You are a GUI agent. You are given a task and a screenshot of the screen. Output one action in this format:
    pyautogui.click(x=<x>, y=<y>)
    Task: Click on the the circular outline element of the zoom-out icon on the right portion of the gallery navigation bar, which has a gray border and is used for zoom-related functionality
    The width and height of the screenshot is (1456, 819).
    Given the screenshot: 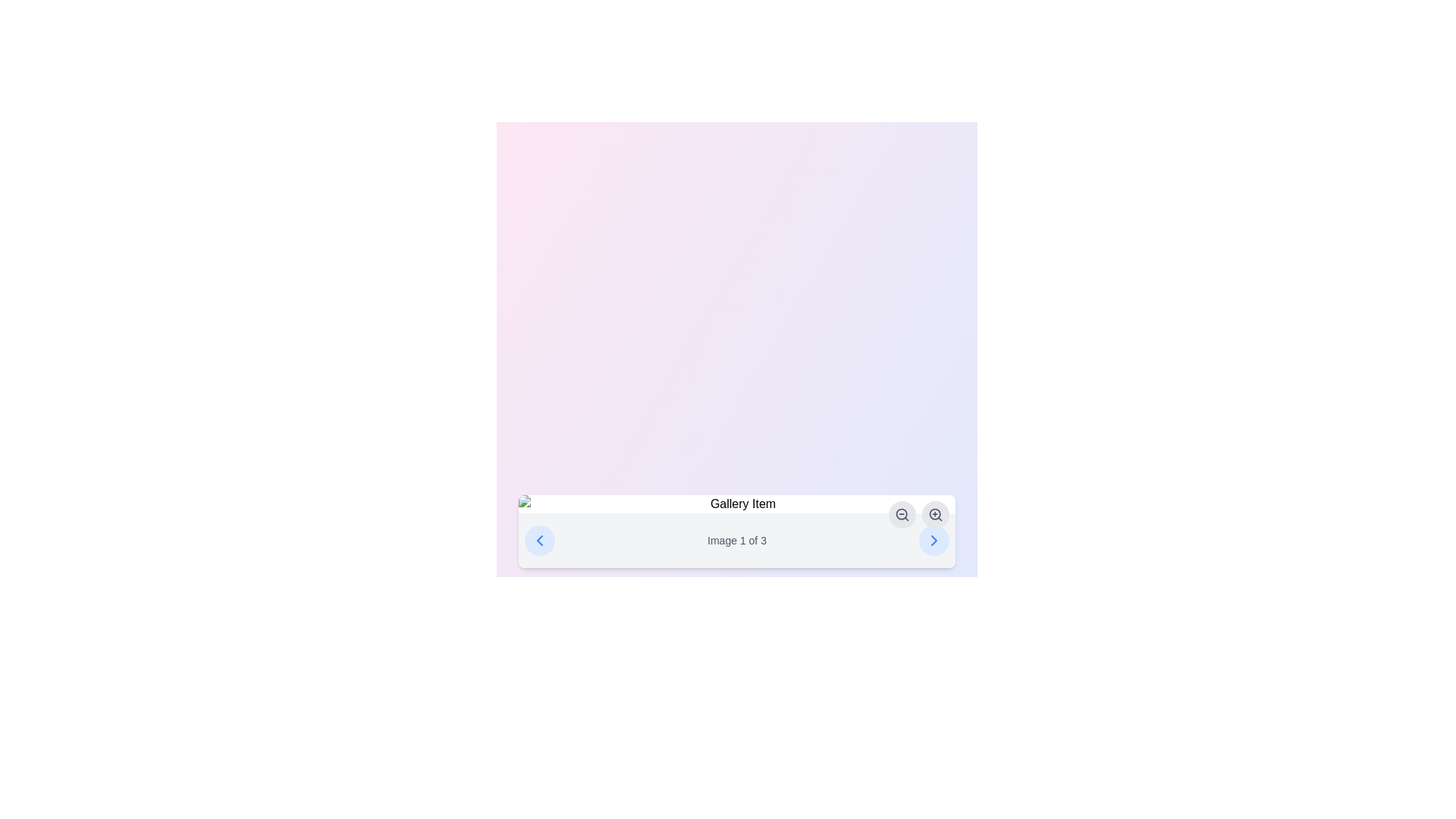 What is the action you would take?
    pyautogui.click(x=902, y=513)
    